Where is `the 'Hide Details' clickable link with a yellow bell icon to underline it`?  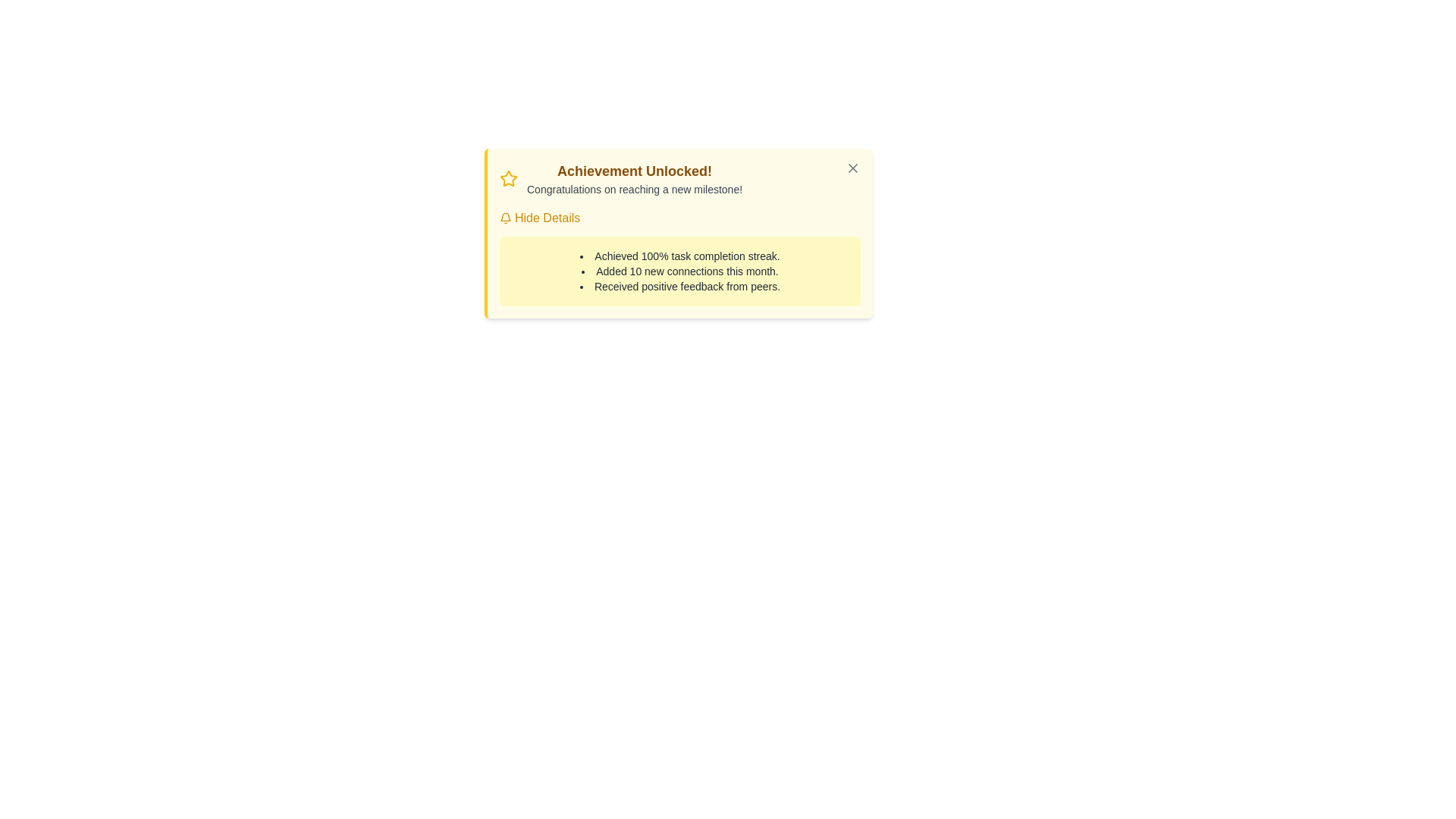
the 'Hide Details' clickable link with a yellow bell icon to underline it is located at coordinates (540, 218).